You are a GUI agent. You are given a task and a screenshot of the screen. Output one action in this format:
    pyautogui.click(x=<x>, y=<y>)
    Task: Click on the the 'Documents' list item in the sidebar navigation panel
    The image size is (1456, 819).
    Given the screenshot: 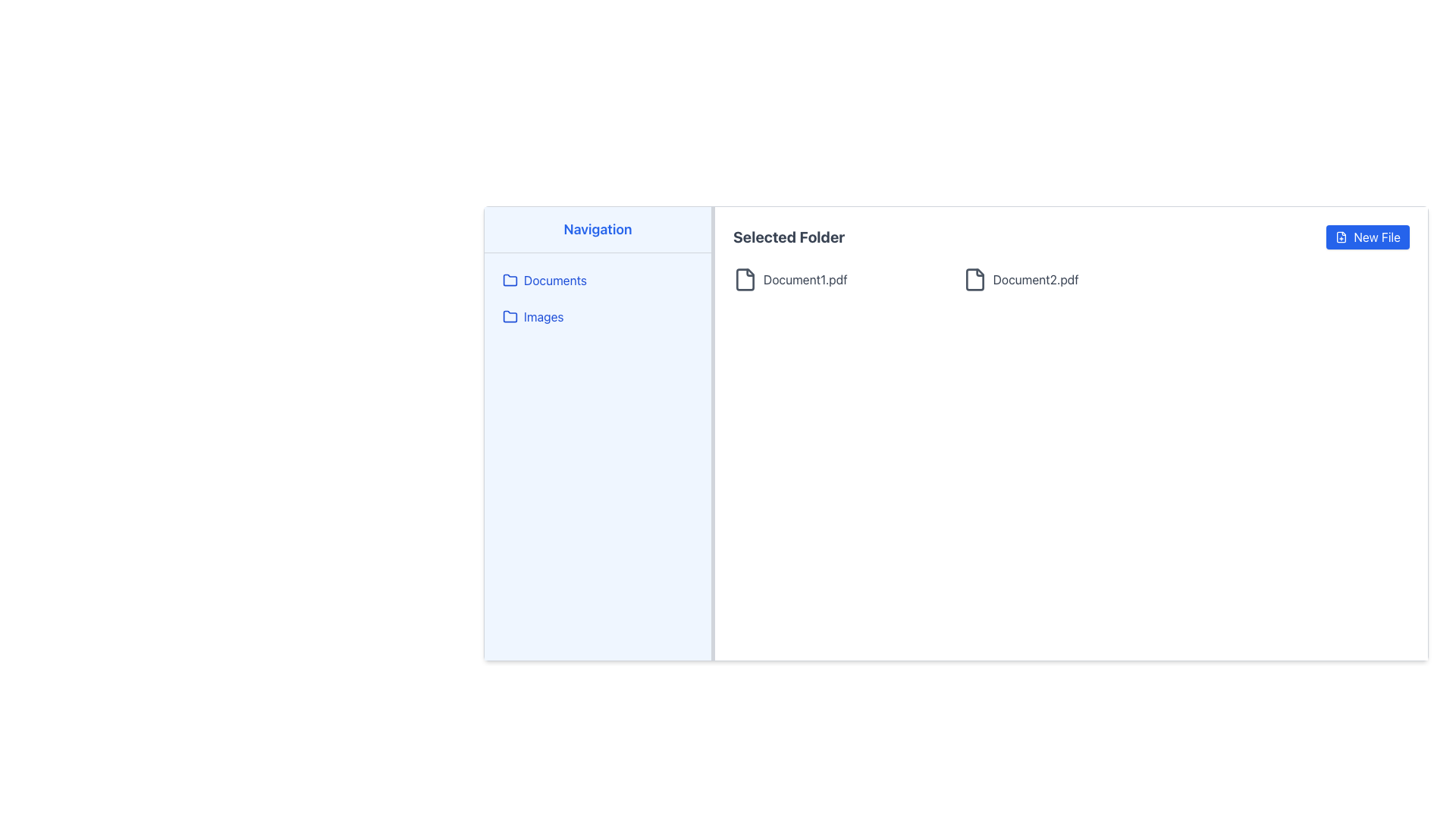 What is the action you would take?
    pyautogui.click(x=597, y=281)
    